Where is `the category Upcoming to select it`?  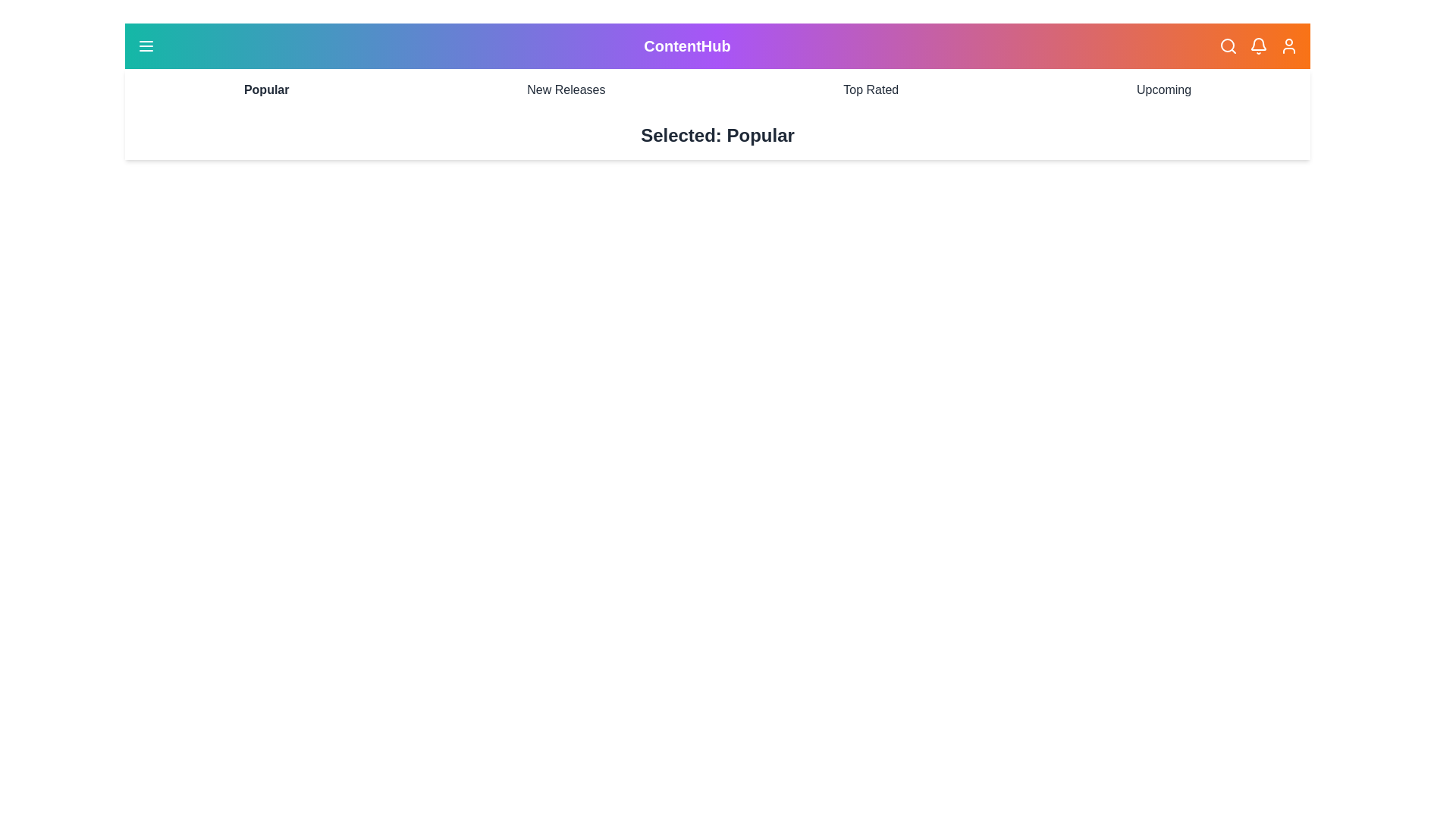 the category Upcoming to select it is located at coordinates (1163, 90).